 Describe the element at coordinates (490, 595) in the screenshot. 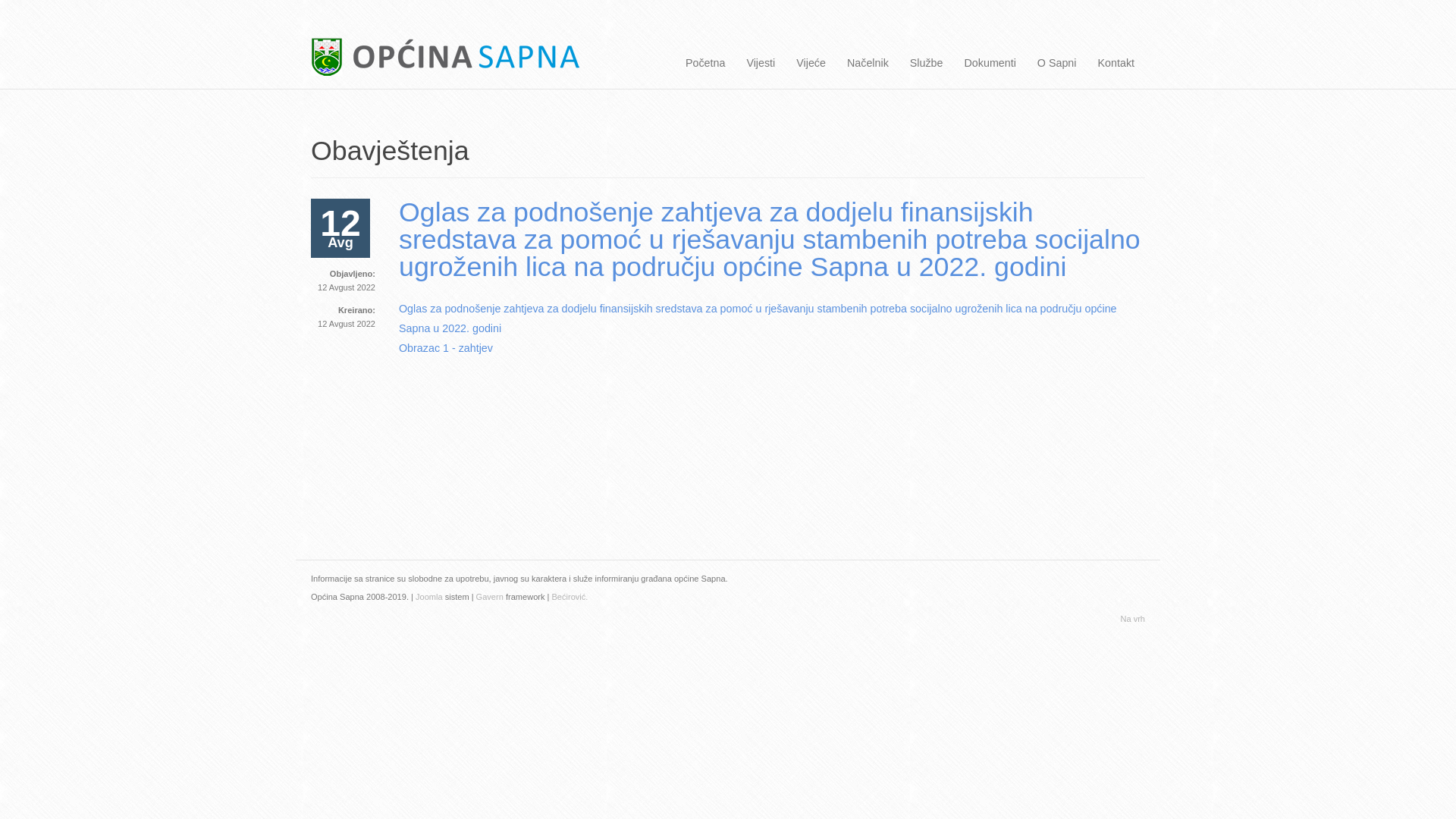

I see `'Gavern'` at that location.